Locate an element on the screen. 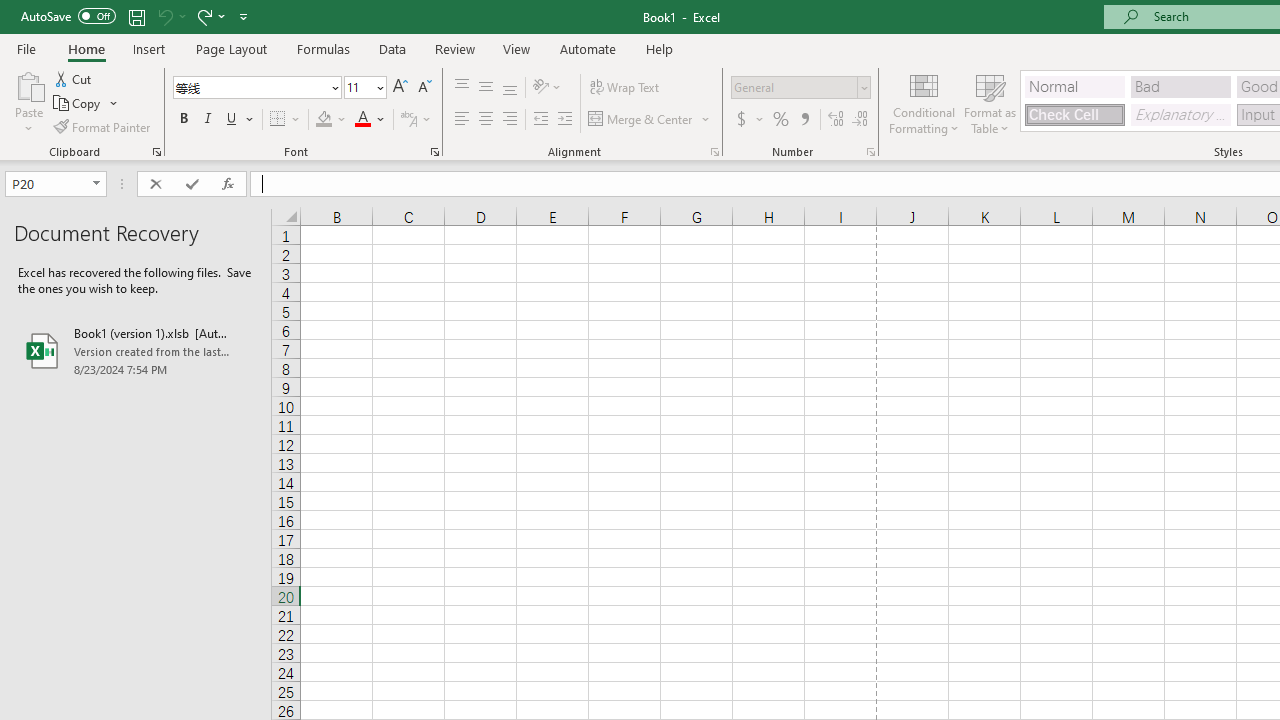 This screenshot has width=1280, height=720. 'Copy' is located at coordinates (85, 103).